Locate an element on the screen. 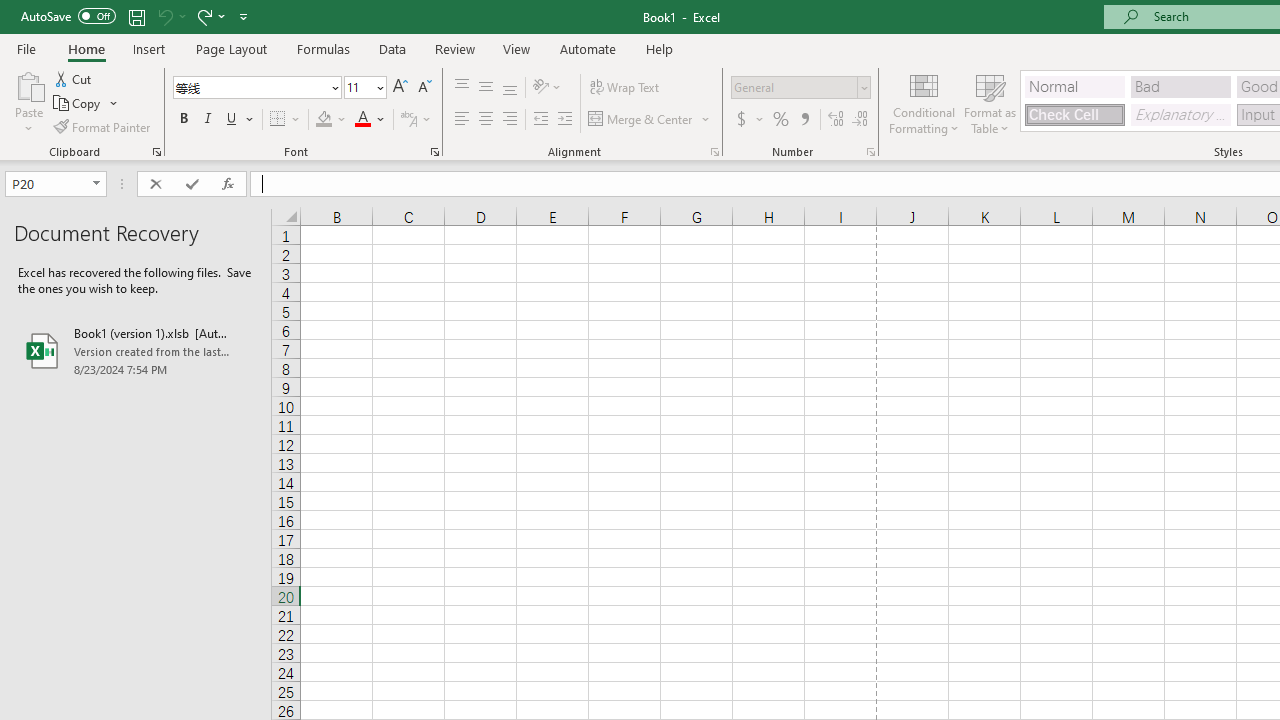 This screenshot has width=1280, height=720. 'Copy' is located at coordinates (85, 103).